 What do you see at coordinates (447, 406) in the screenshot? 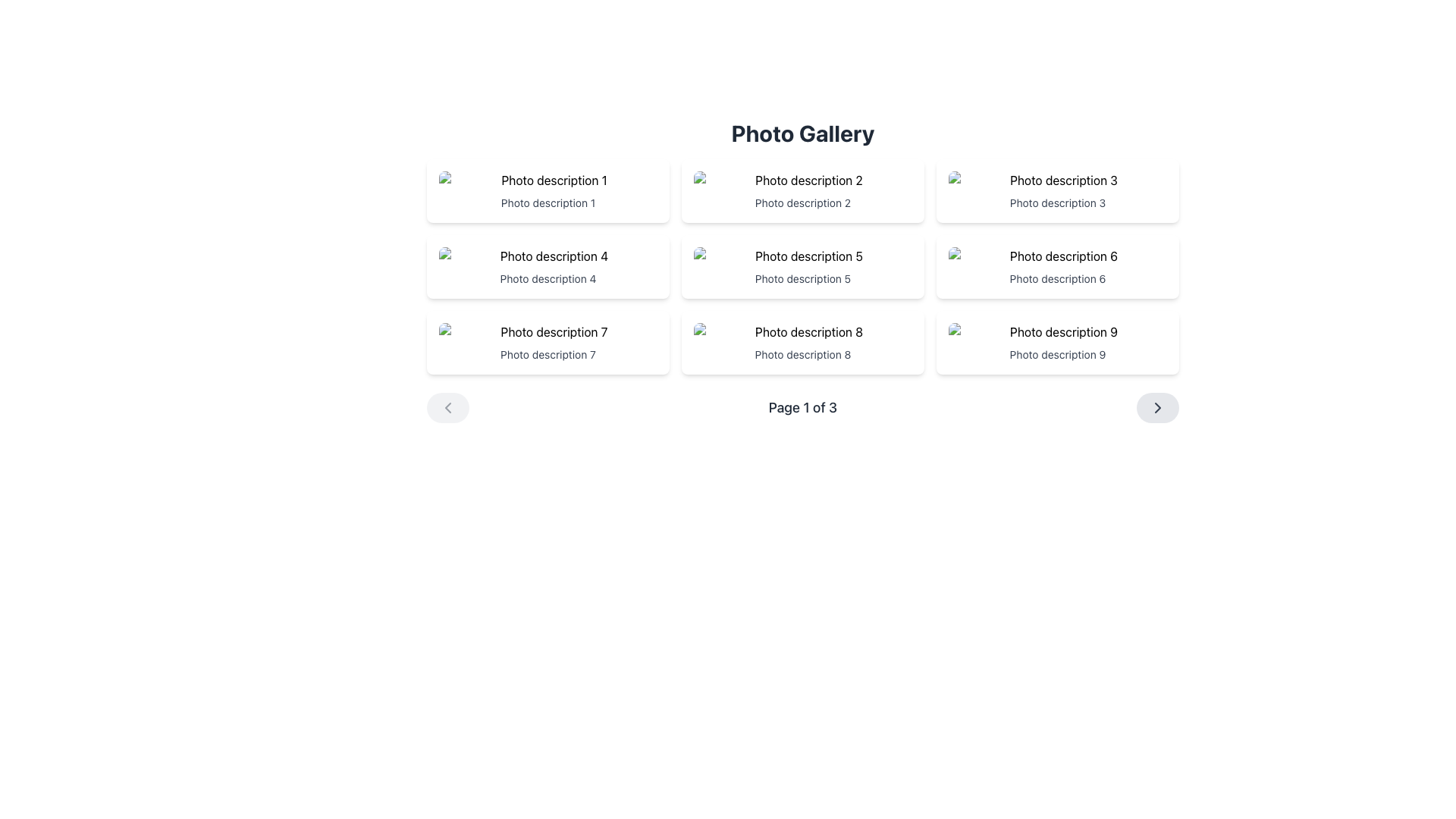
I see `the left-facing chevron button, which is a prominent back navigation button located at the bottom left corner of the pagination control area` at bounding box center [447, 406].